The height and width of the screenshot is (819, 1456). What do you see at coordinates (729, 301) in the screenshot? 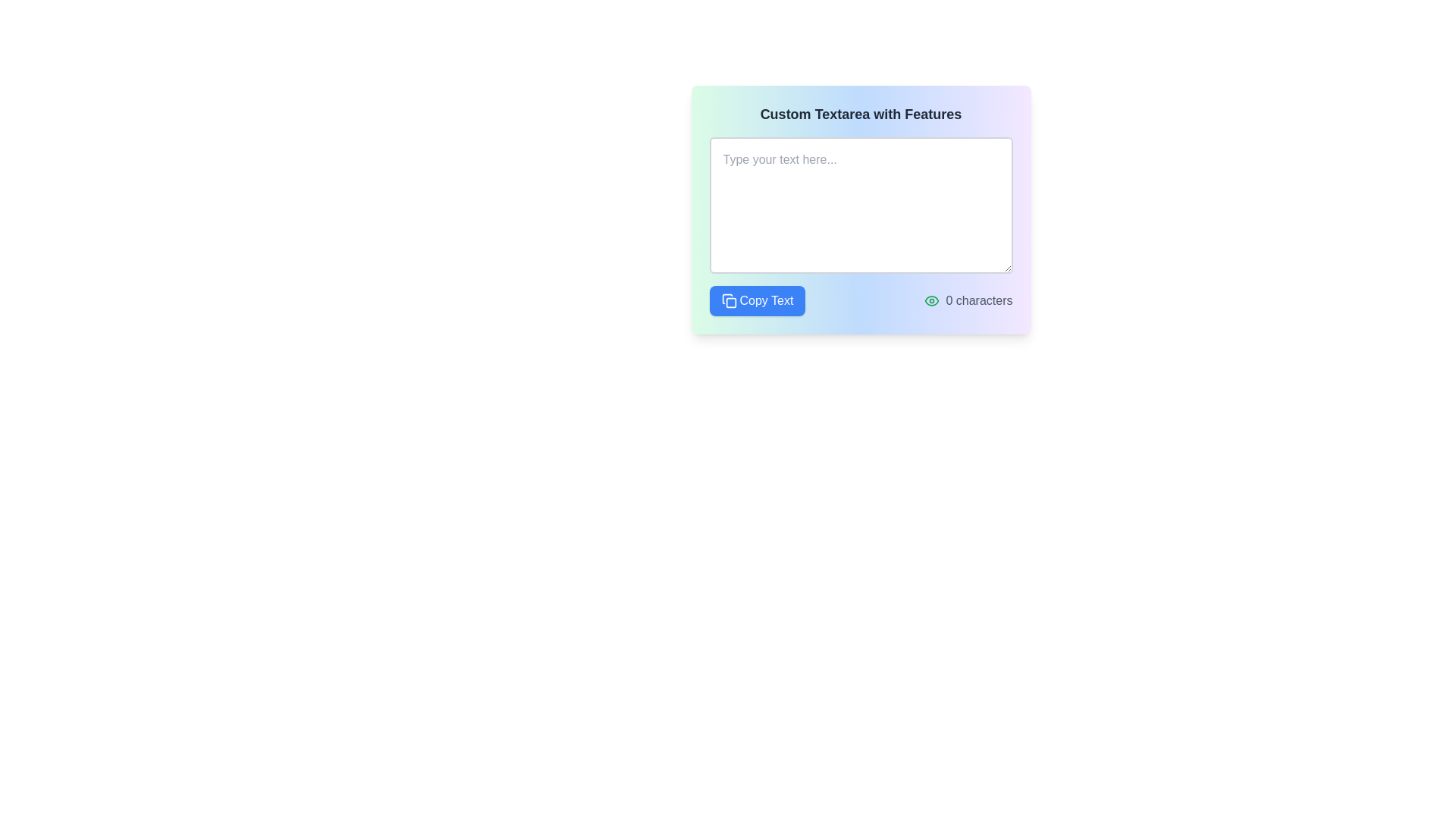
I see `the copy icon located to the left of the 'Copy Text' button at the bottom-left of the card interface` at bounding box center [729, 301].